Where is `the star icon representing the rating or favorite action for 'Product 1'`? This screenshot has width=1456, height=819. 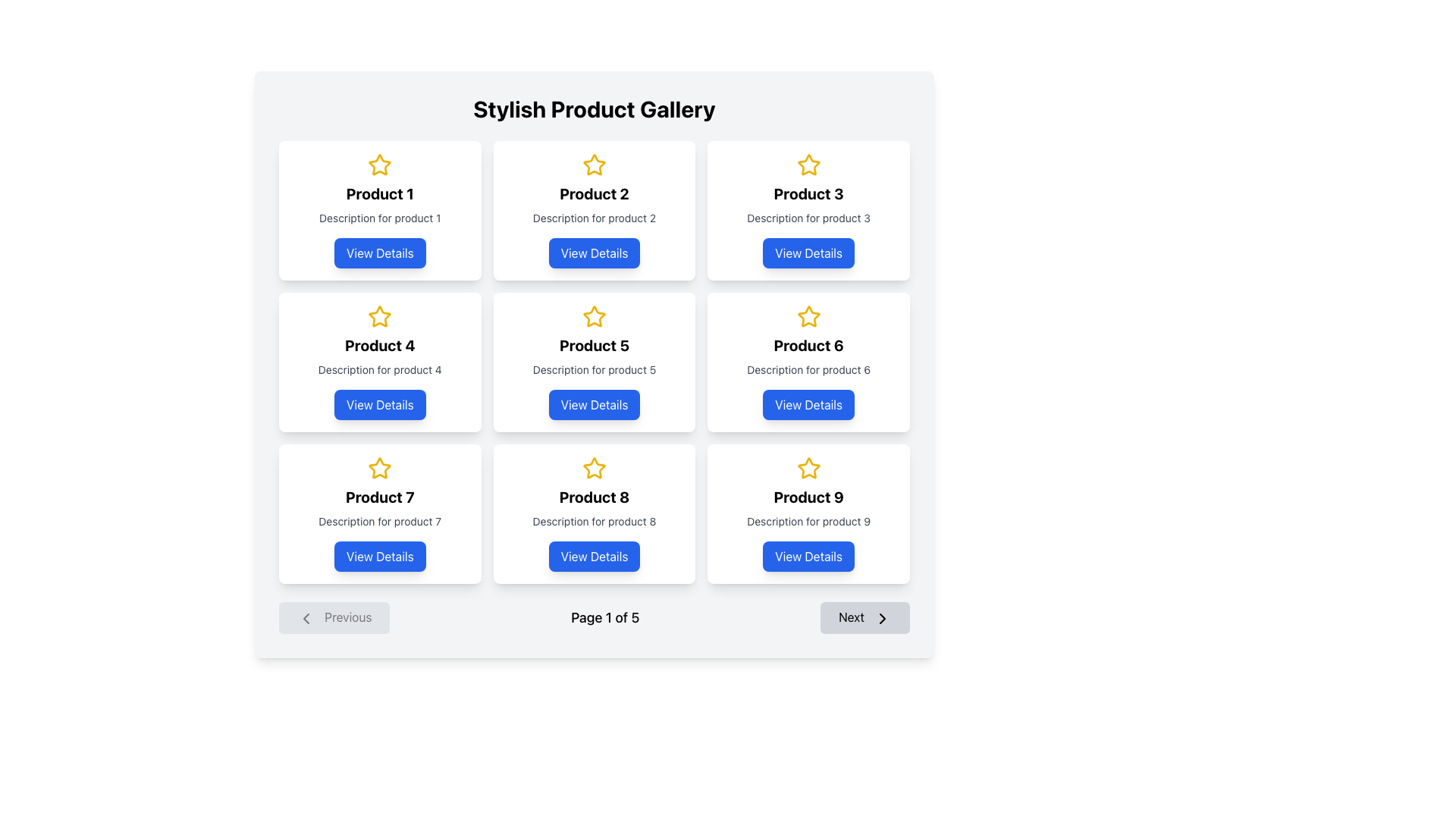
the star icon representing the rating or favorite action for 'Product 1' is located at coordinates (380, 165).